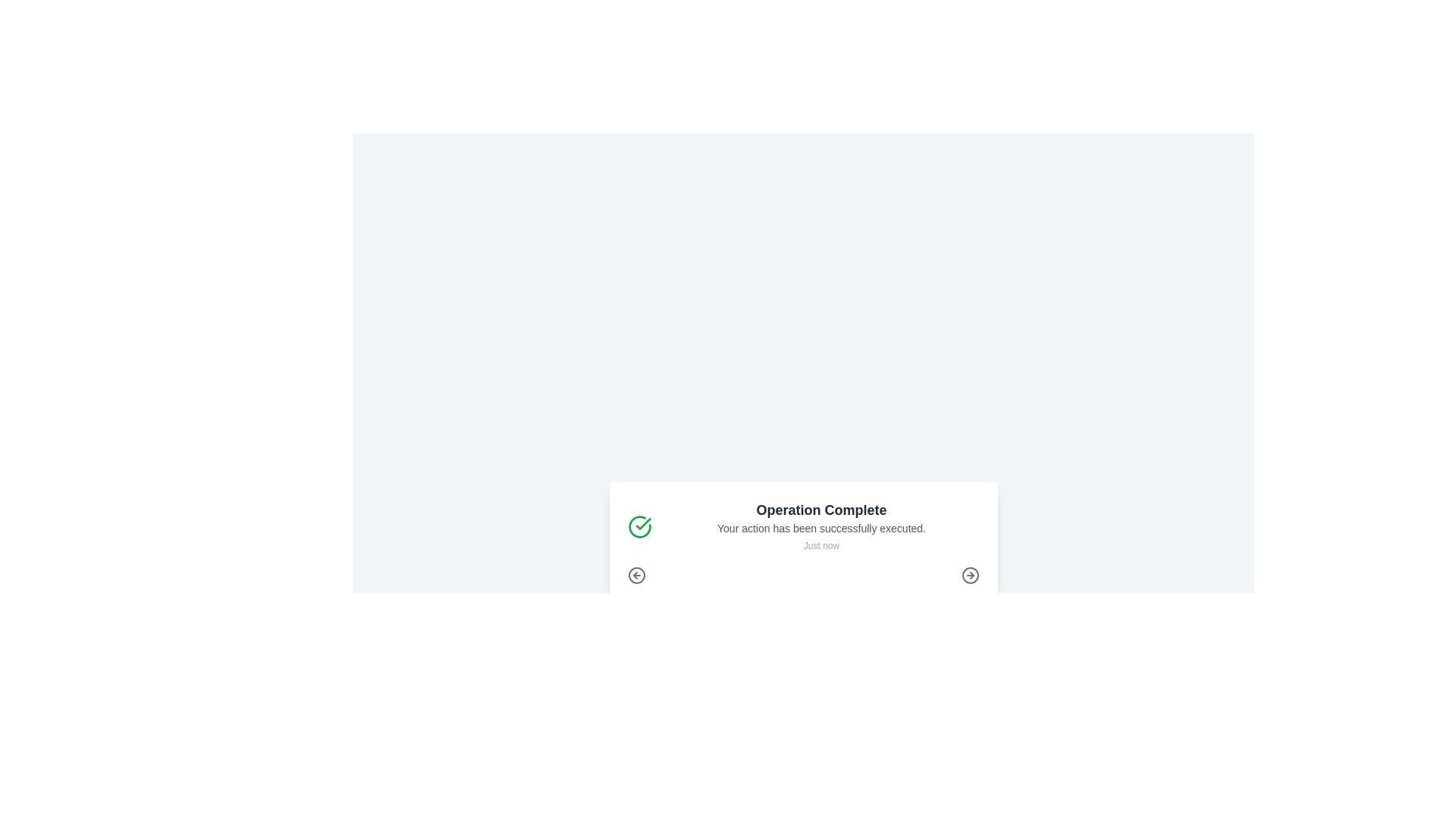 The height and width of the screenshot is (819, 1456). I want to click on the informational text element that conveys additional information regarding the successful execution of an action, located below the 'Operation Complete' heading and above the 'Just now' timestamp, so click(821, 528).